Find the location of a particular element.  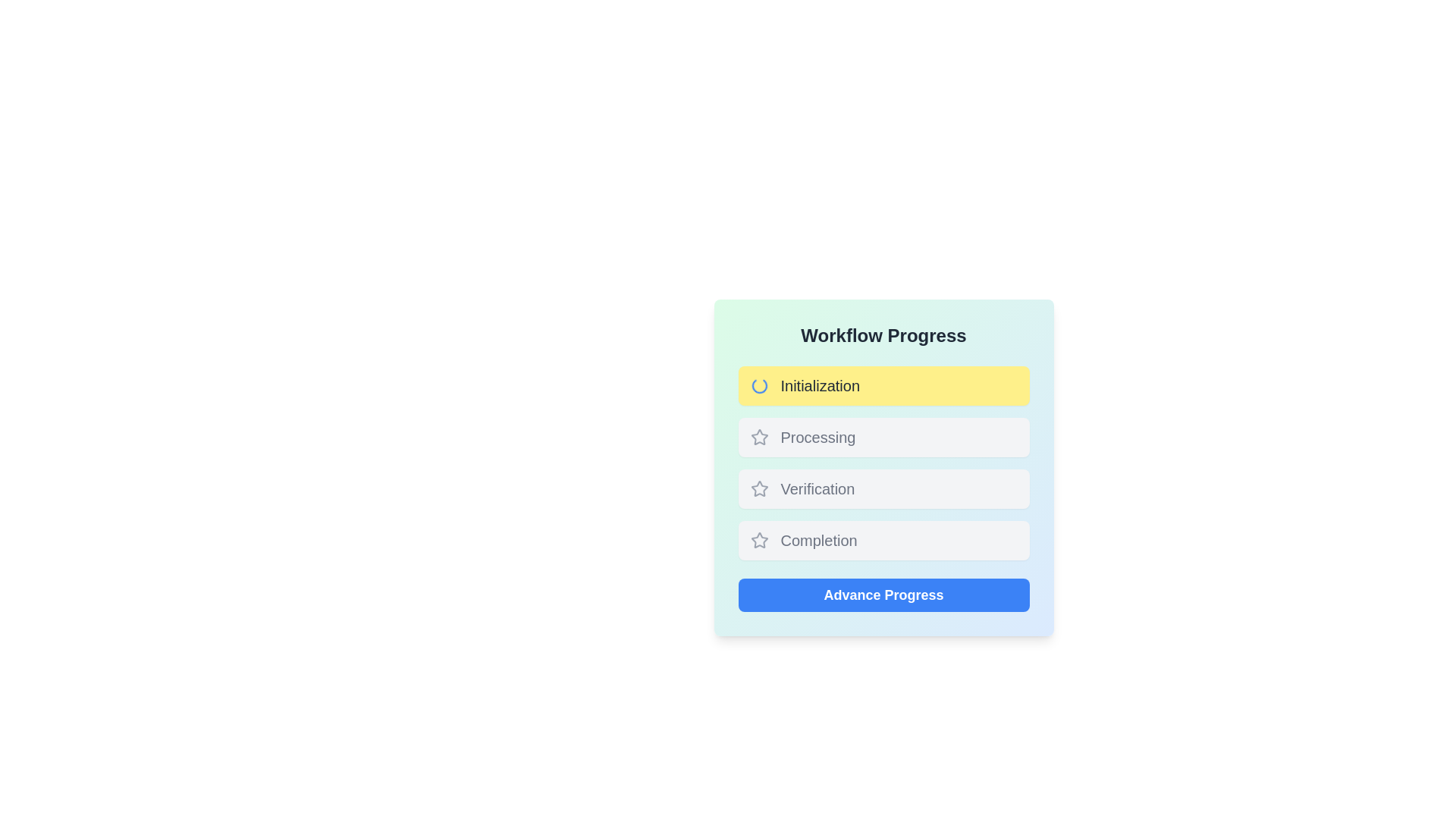

the button located at the bottom of the 'Workflow Progress' panel to advance the workflow to the next stage is located at coordinates (883, 595).